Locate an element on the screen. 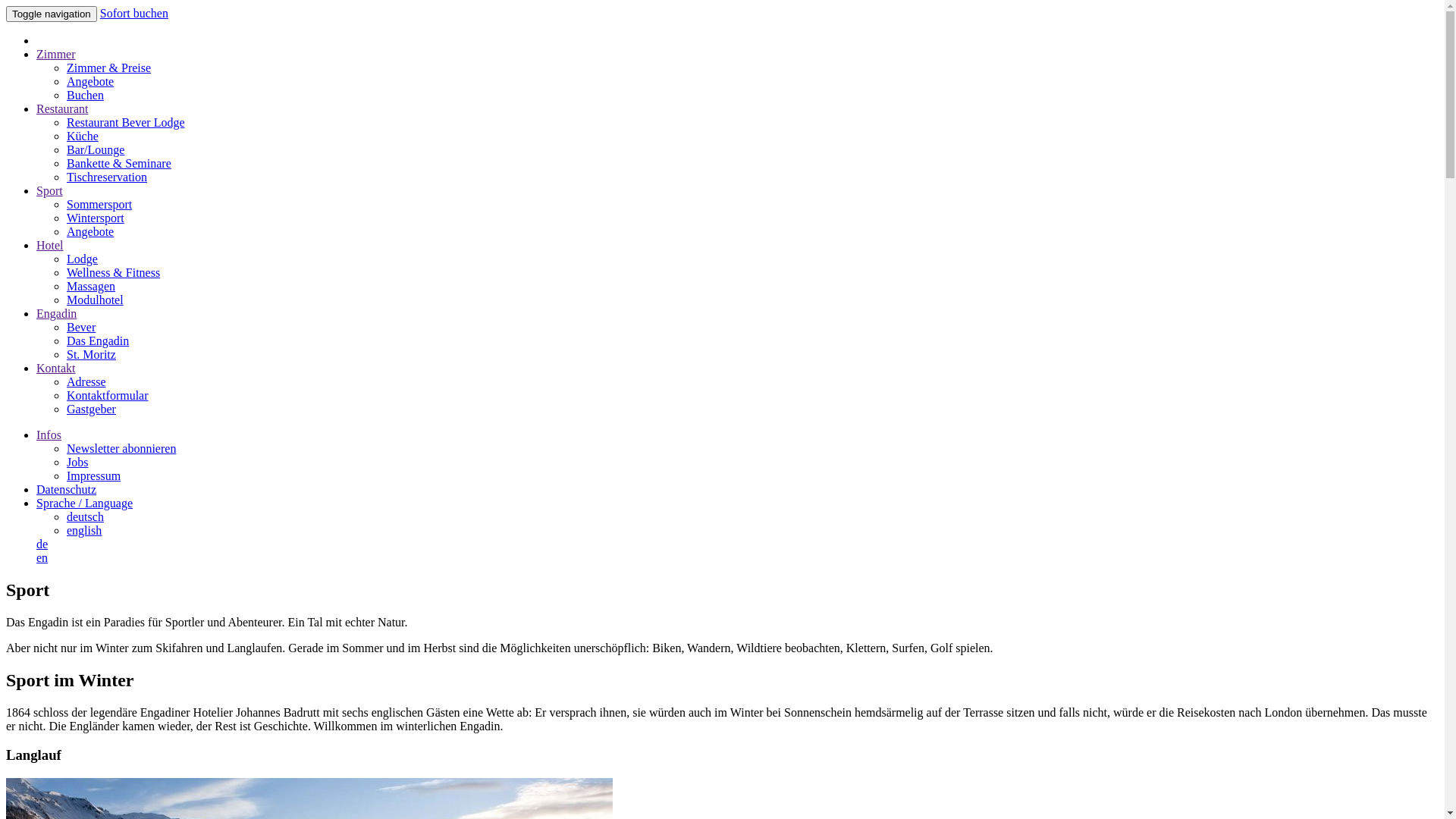  'Kontakt' is located at coordinates (55, 368).